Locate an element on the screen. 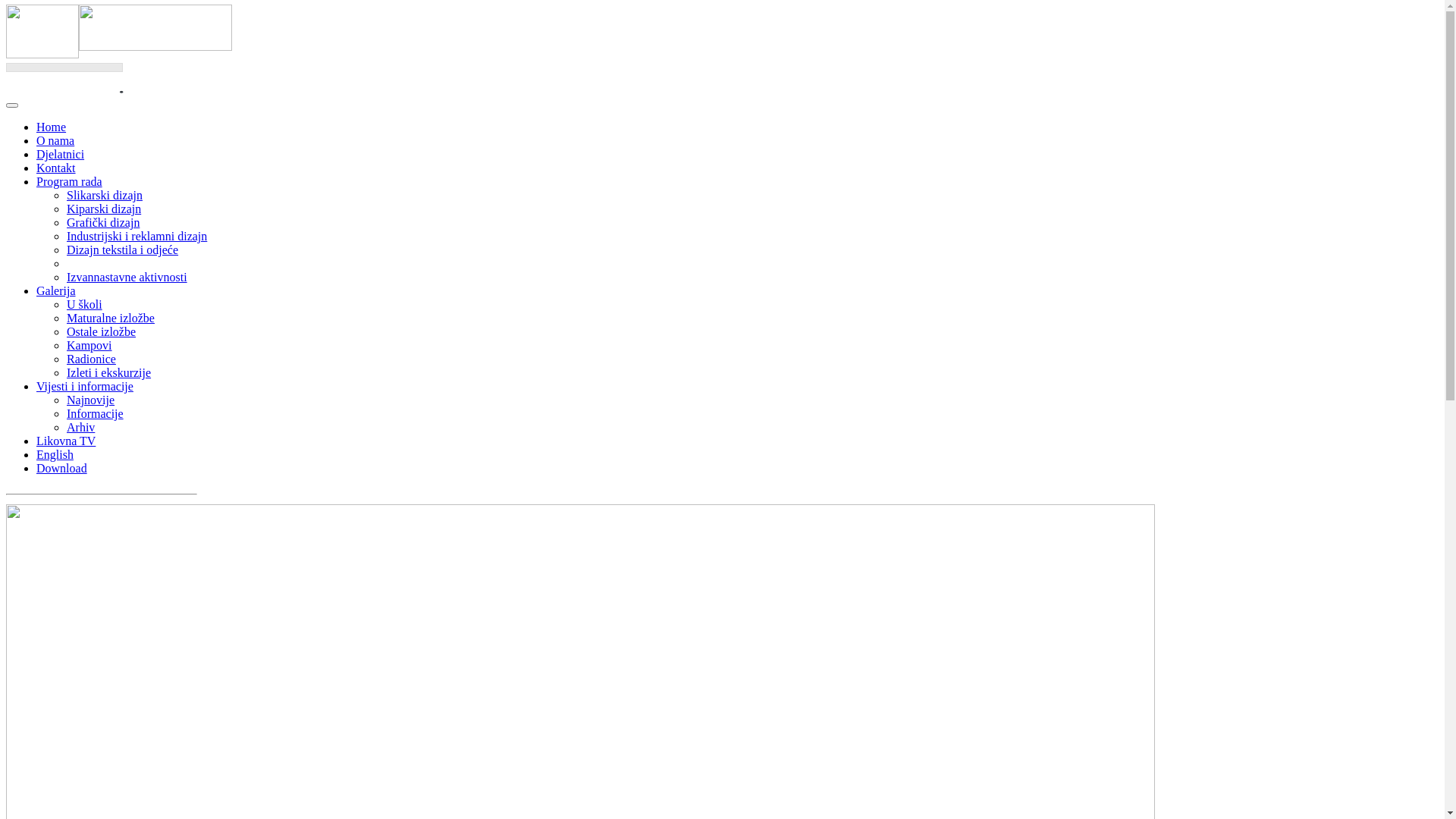  'Home' is located at coordinates (36, 126).